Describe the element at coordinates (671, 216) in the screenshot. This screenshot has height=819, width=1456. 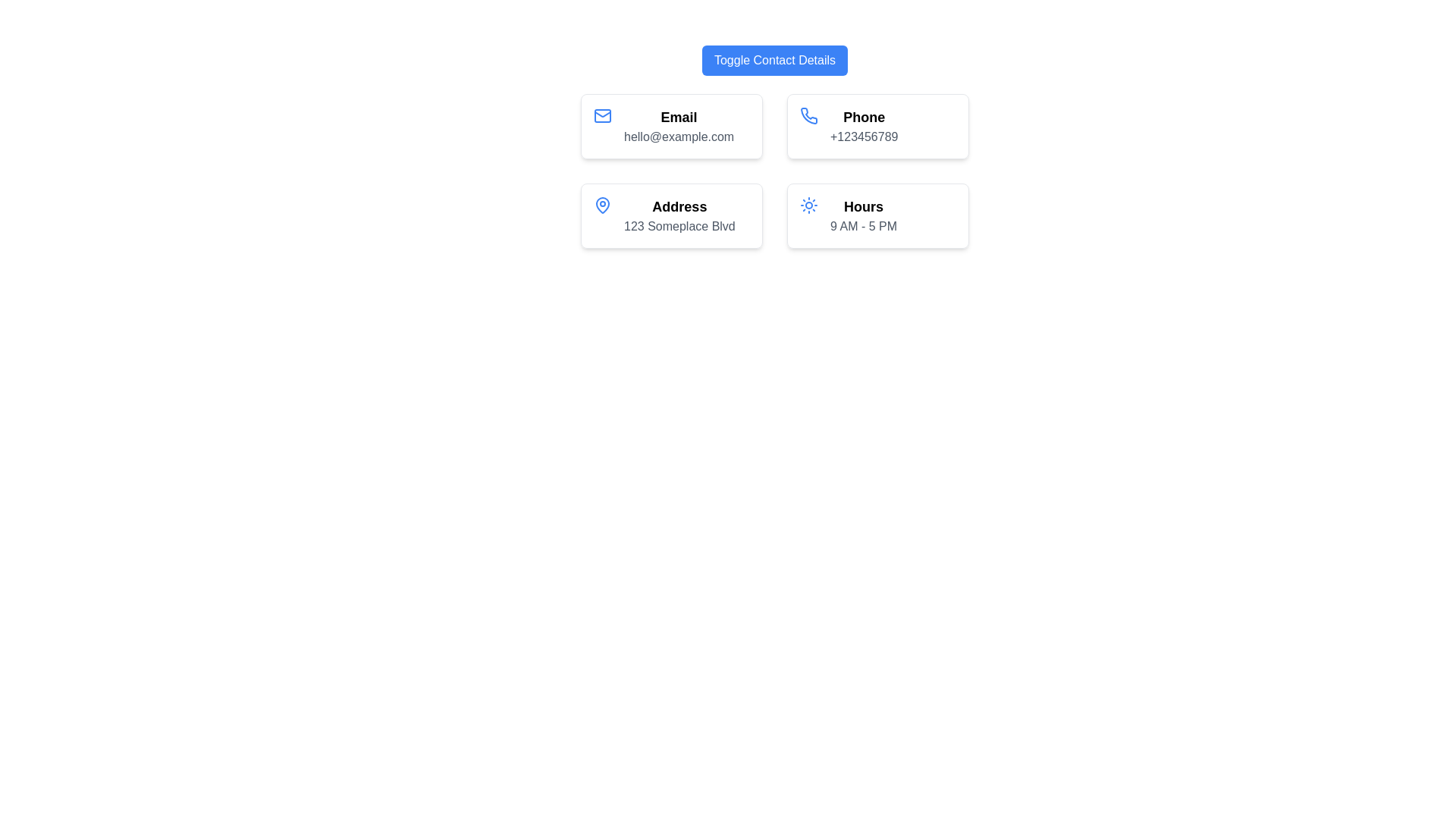
I see `the Informational card displaying the address '123 Someplace Blvd', located in the bottom-left quadrant of the grid layout, which is the third card after the 'Email' and 'Phone' cards` at that location.